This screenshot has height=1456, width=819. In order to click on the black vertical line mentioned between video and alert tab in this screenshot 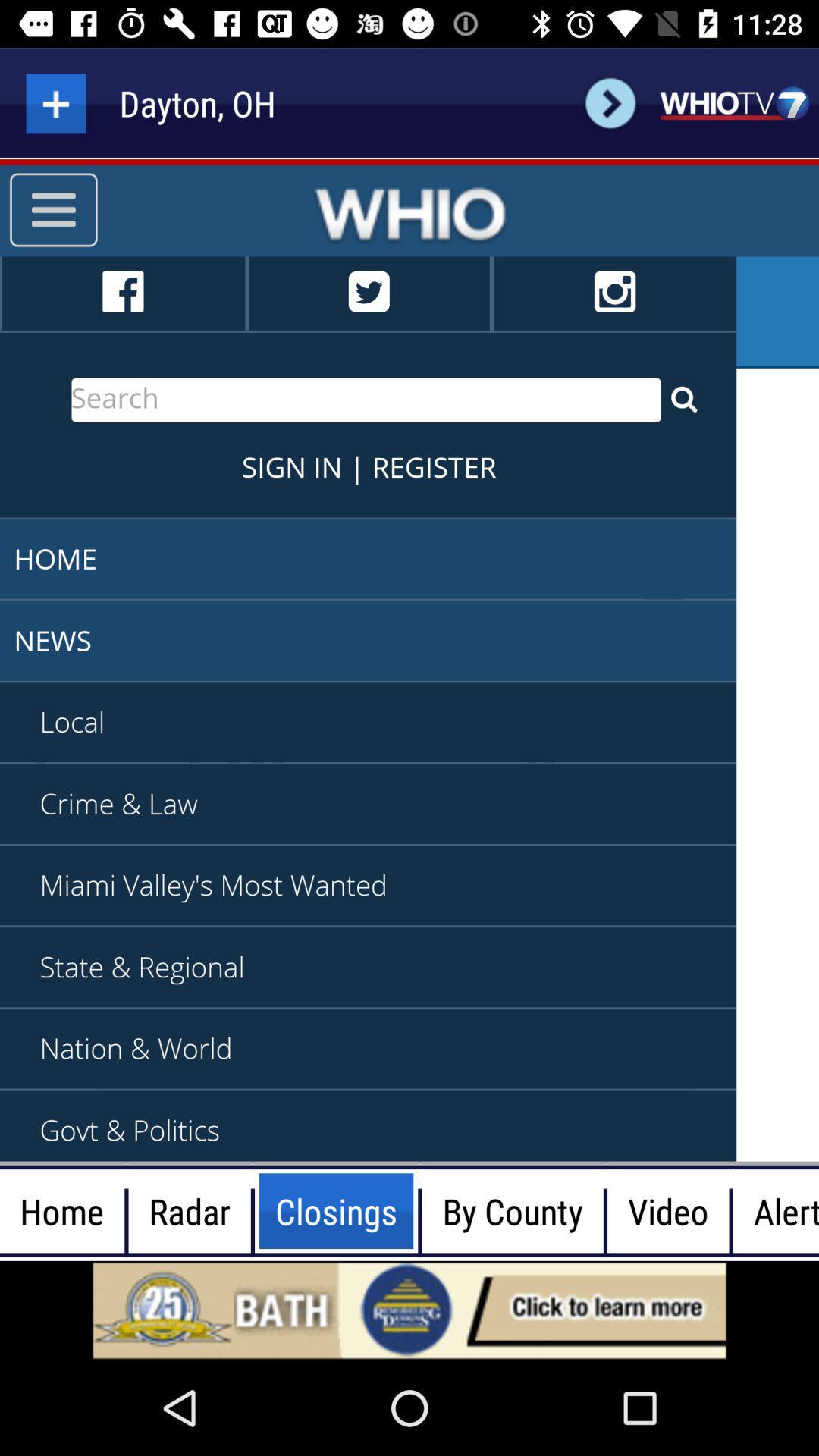, I will do `click(730, 1210)`.